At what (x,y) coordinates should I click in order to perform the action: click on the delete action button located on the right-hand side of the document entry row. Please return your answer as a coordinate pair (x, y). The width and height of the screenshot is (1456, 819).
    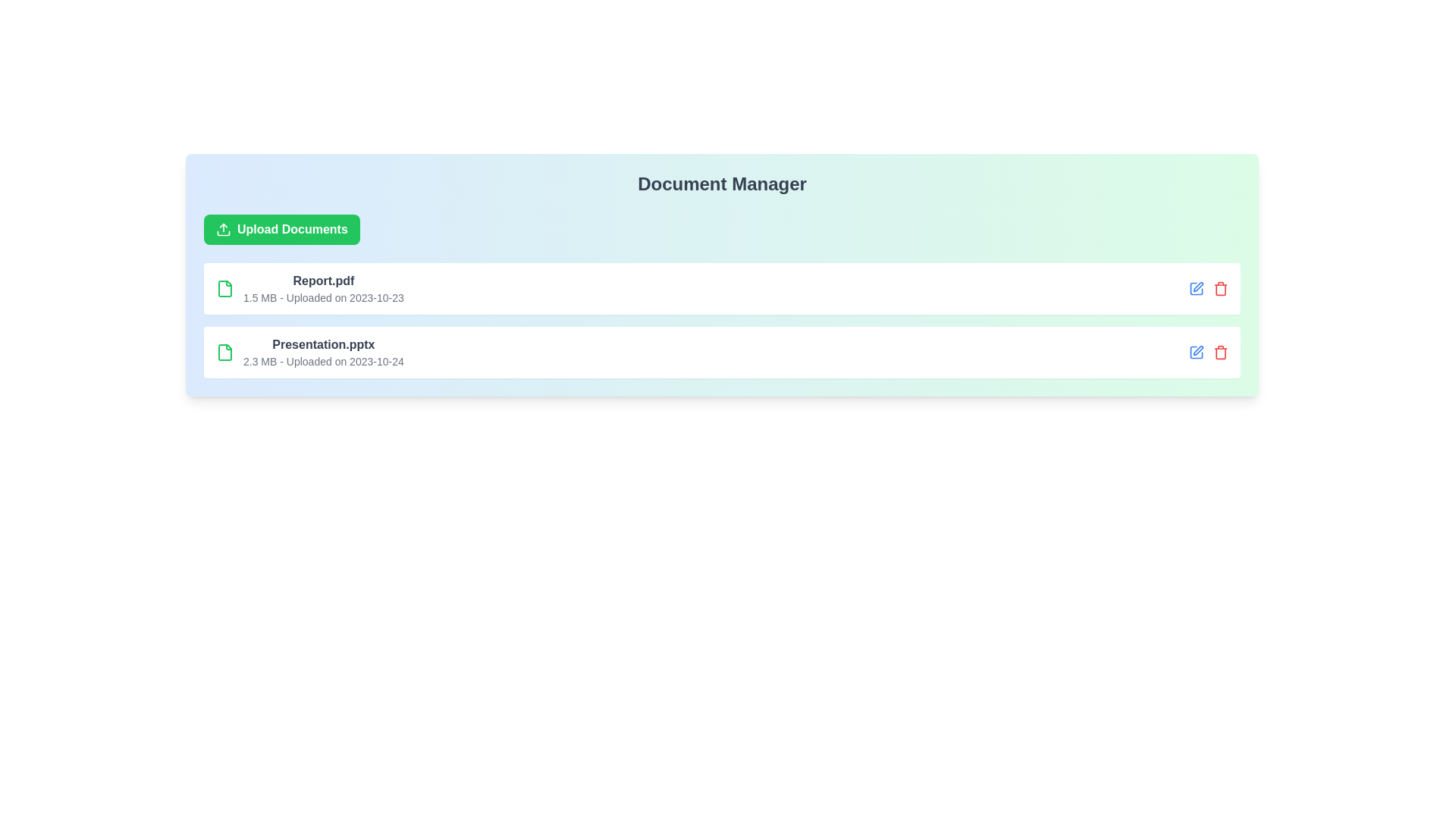
    Looking at the image, I should click on (1220, 289).